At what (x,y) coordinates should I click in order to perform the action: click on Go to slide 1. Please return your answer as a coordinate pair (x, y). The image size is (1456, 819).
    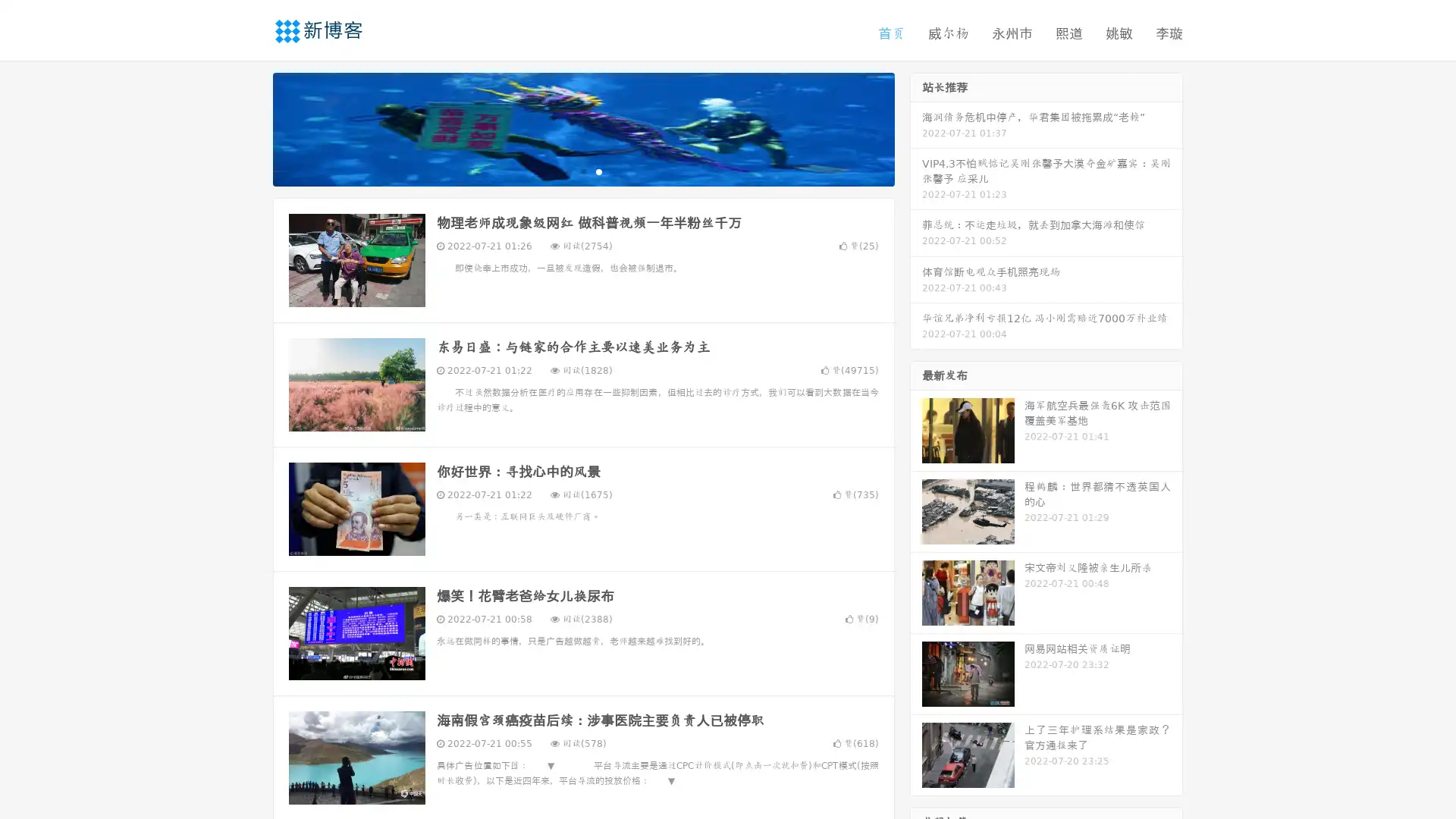
    Looking at the image, I should click on (567, 171).